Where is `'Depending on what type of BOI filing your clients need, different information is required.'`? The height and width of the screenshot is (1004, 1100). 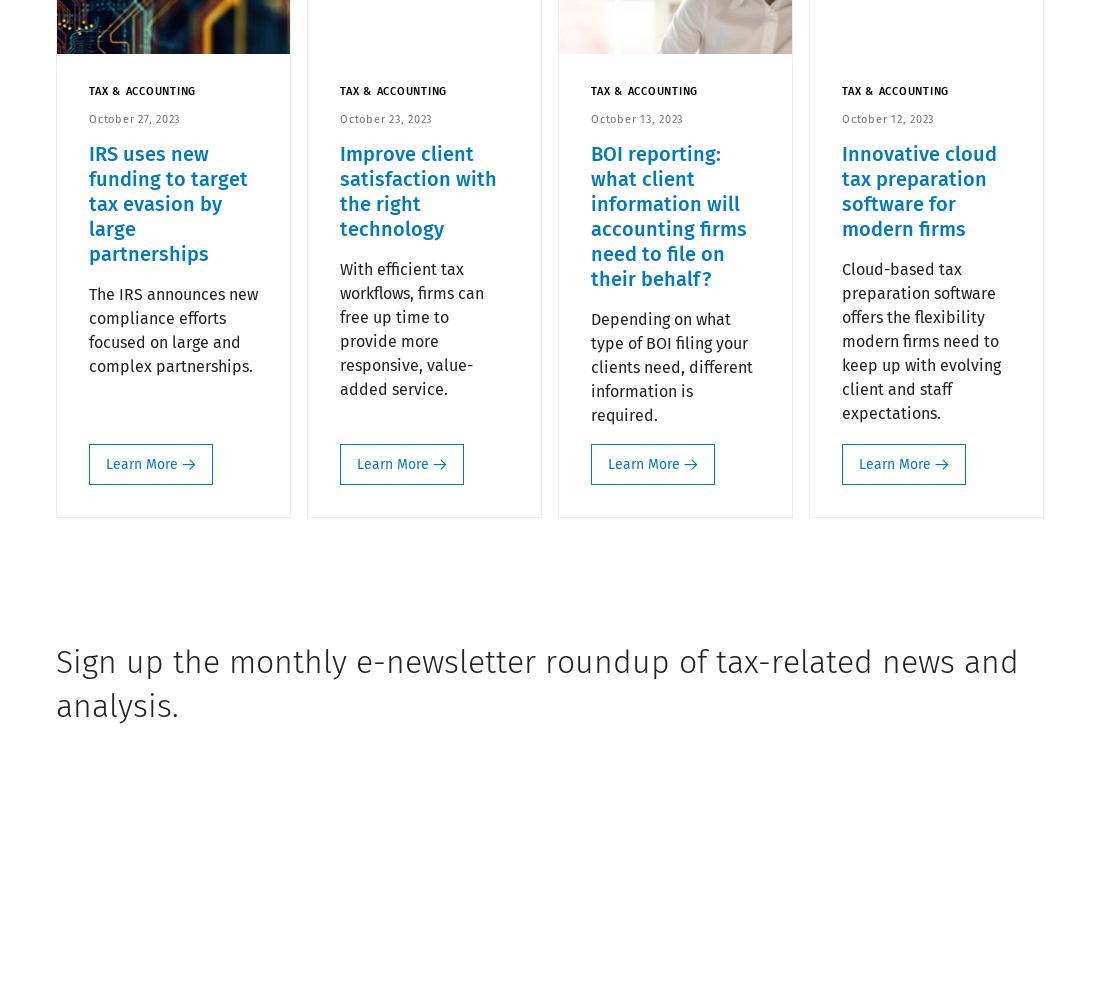
'Depending on what type of BOI filing your clients need, different information is required.' is located at coordinates (590, 366).